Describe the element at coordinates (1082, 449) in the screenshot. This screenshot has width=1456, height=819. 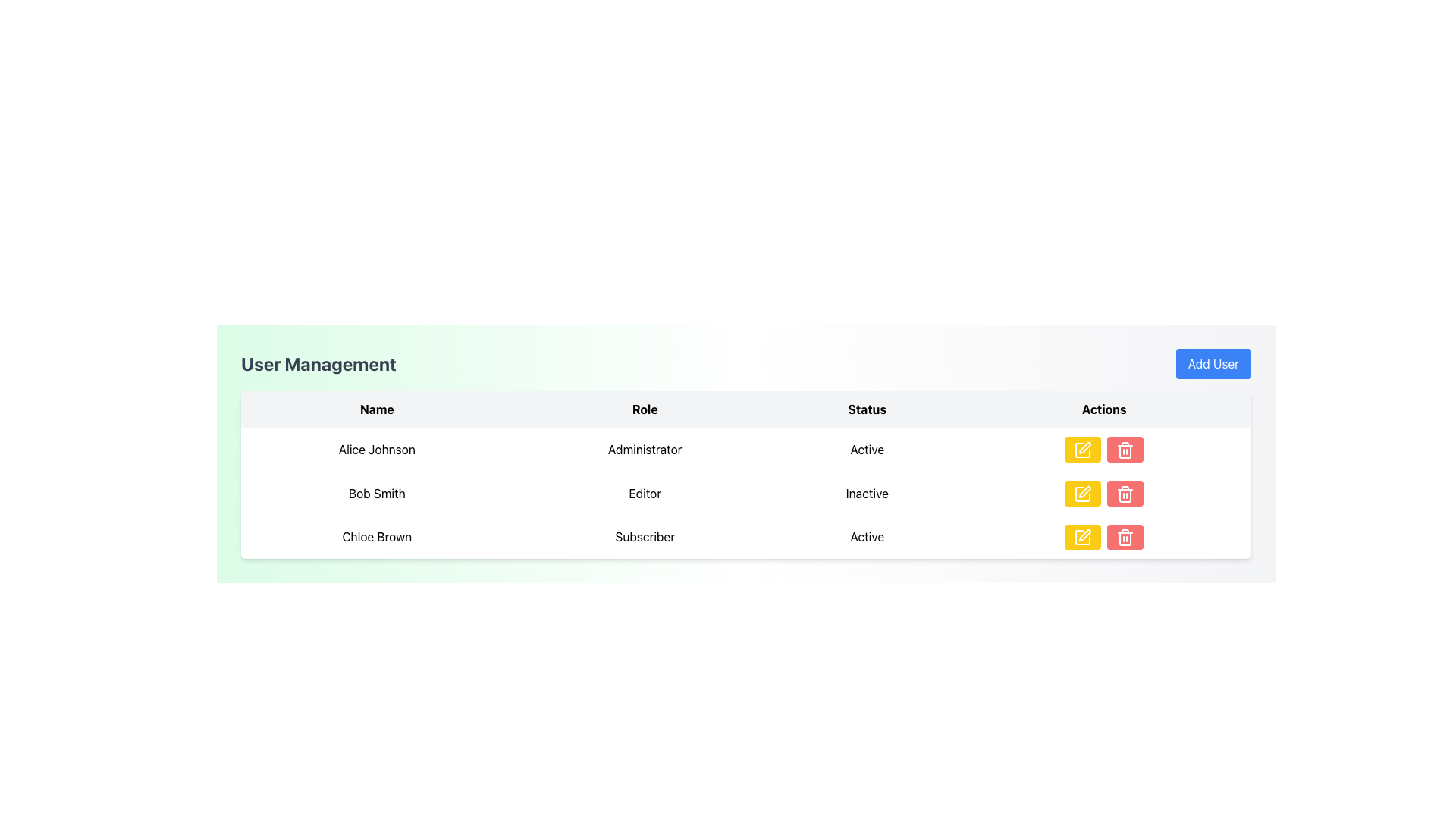
I see `the edit button located in the second row of the Actions column, adjacent to the row entry for 'Bob Smith'` at that location.